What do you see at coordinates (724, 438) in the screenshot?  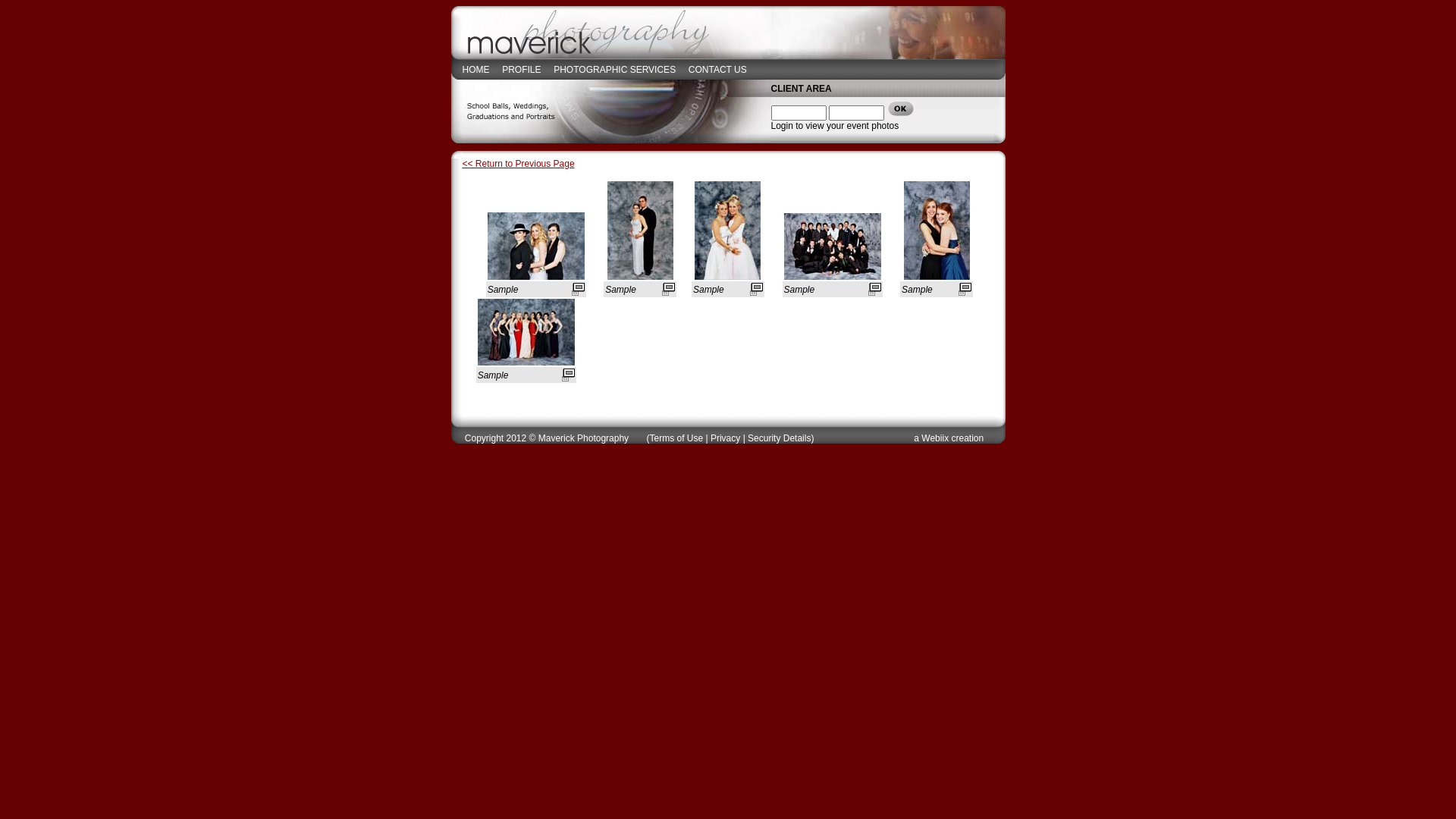 I see `'Privacy'` at bounding box center [724, 438].